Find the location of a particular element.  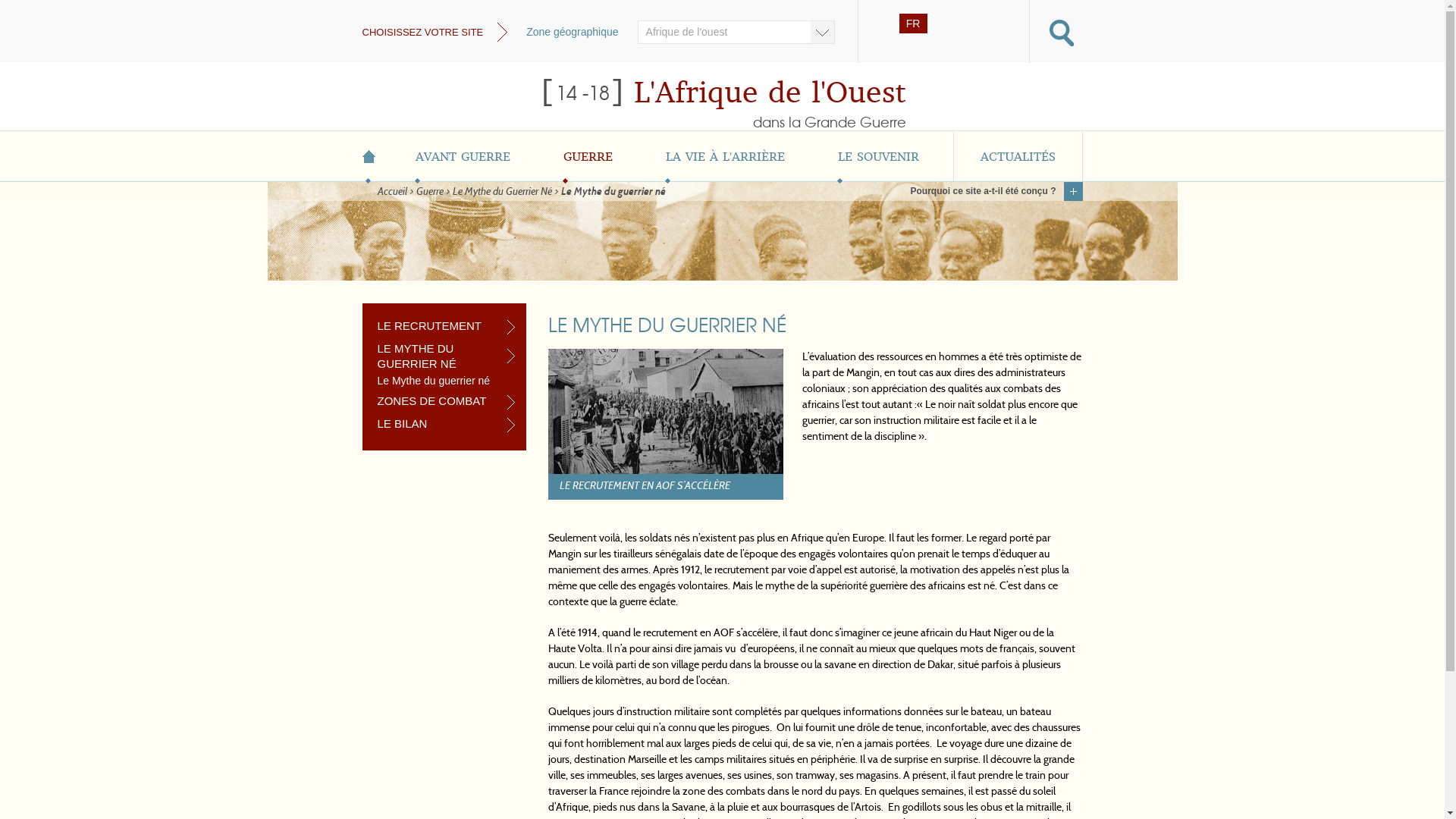

'ACCUEIL' is located at coordinates (375, 155).